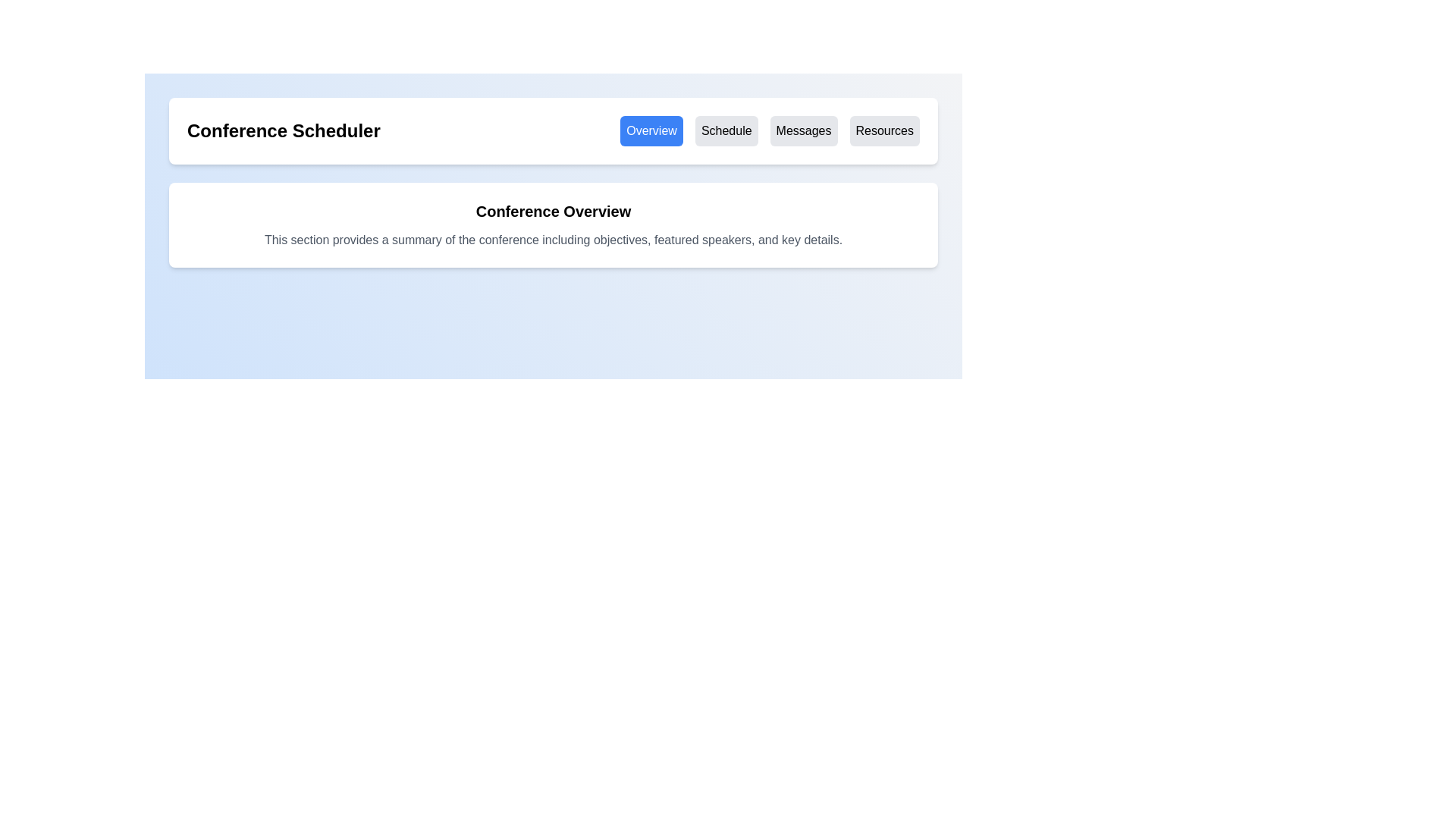  Describe the element at coordinates (803, 130) in the screenshot. I see `the 'Messages' button, which is the third button in a row of four buttons labeled 'Overview', 'Schedule', 'Messages', and 'Resources'` at that location.